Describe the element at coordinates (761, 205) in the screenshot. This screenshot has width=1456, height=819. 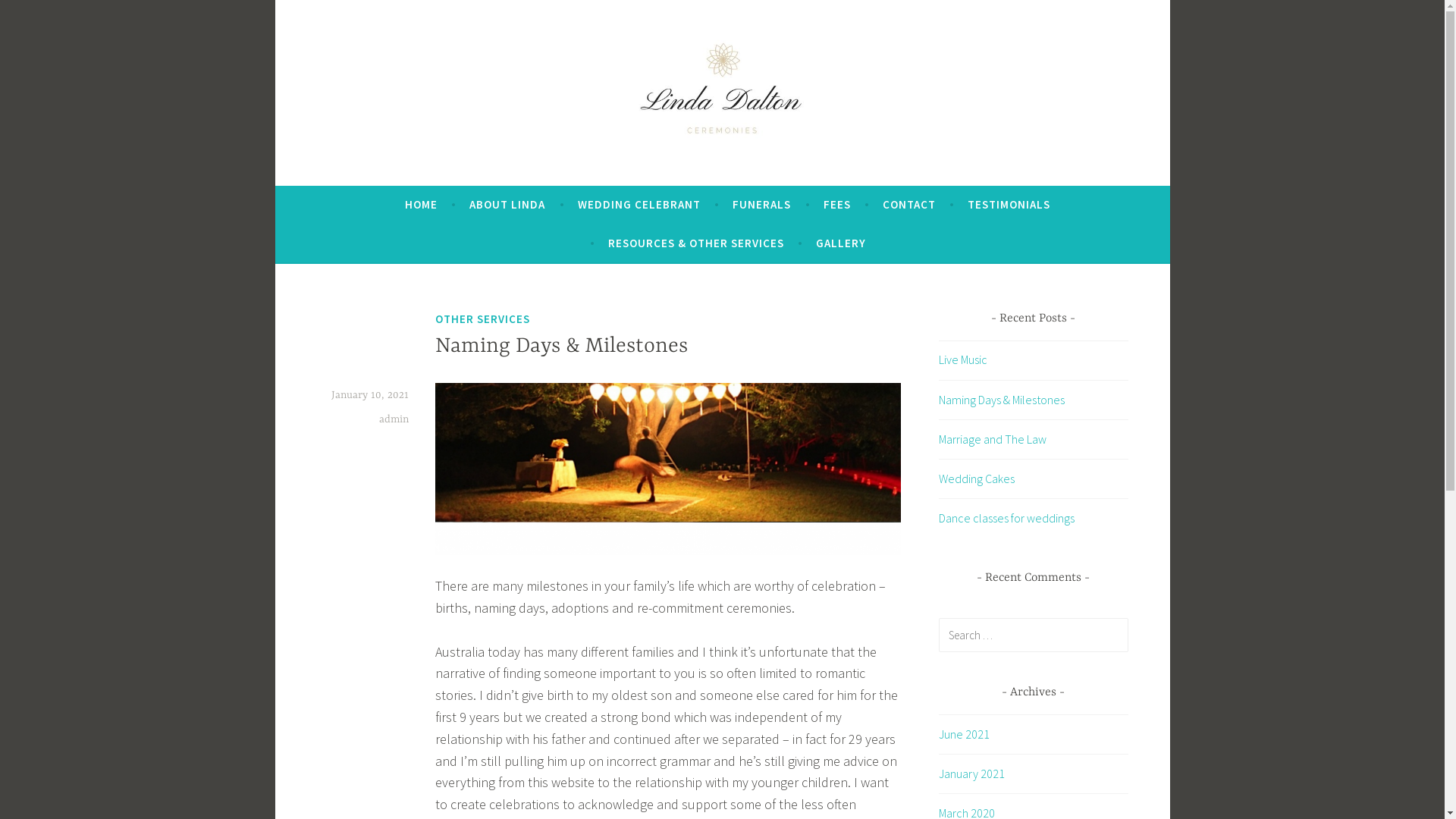
I see `'FUNERALS'` at that location.